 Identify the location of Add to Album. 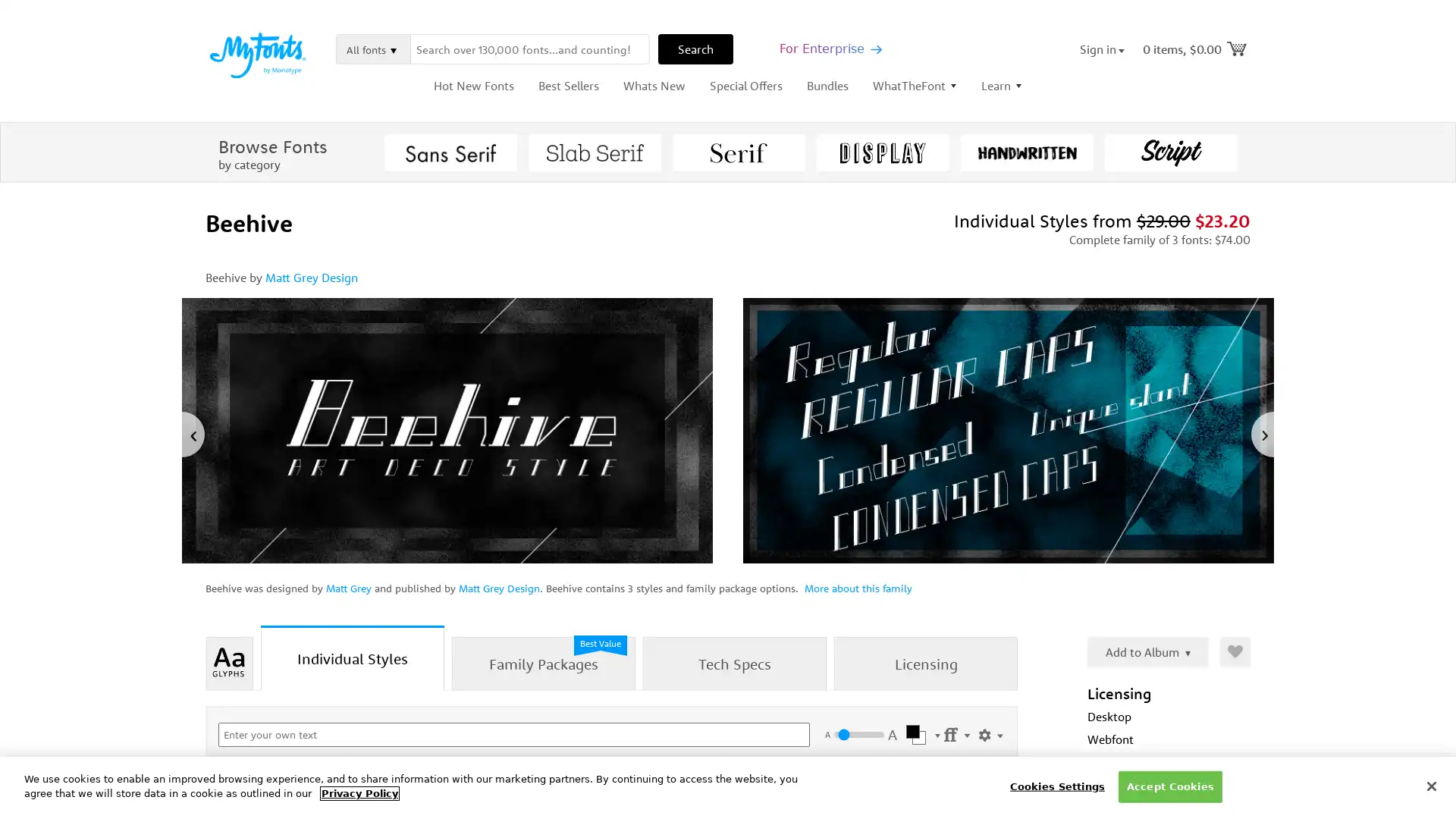
(1147, 651).